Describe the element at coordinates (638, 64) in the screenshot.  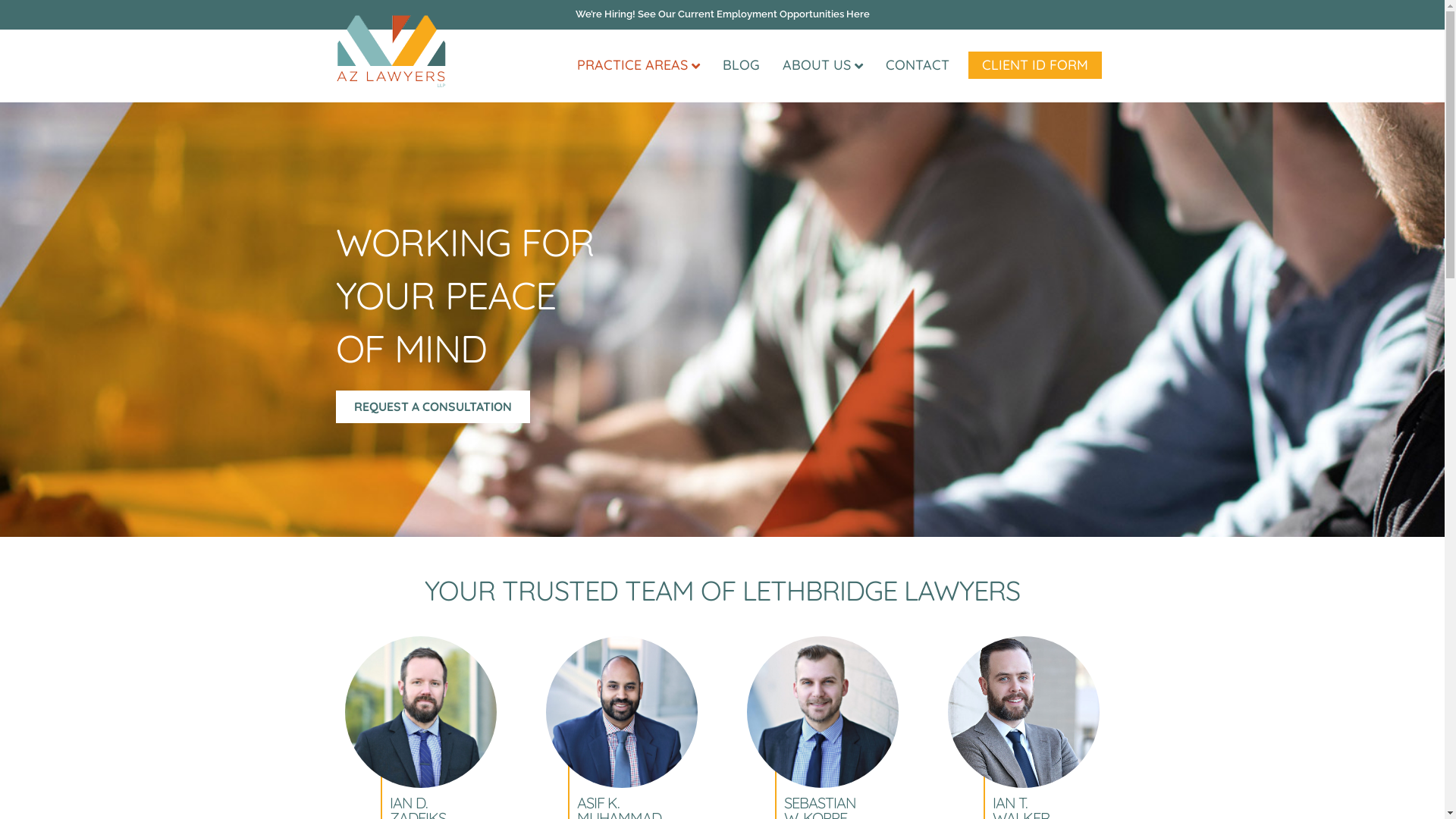
I see `'PRACTICE AREAS'` at that location.